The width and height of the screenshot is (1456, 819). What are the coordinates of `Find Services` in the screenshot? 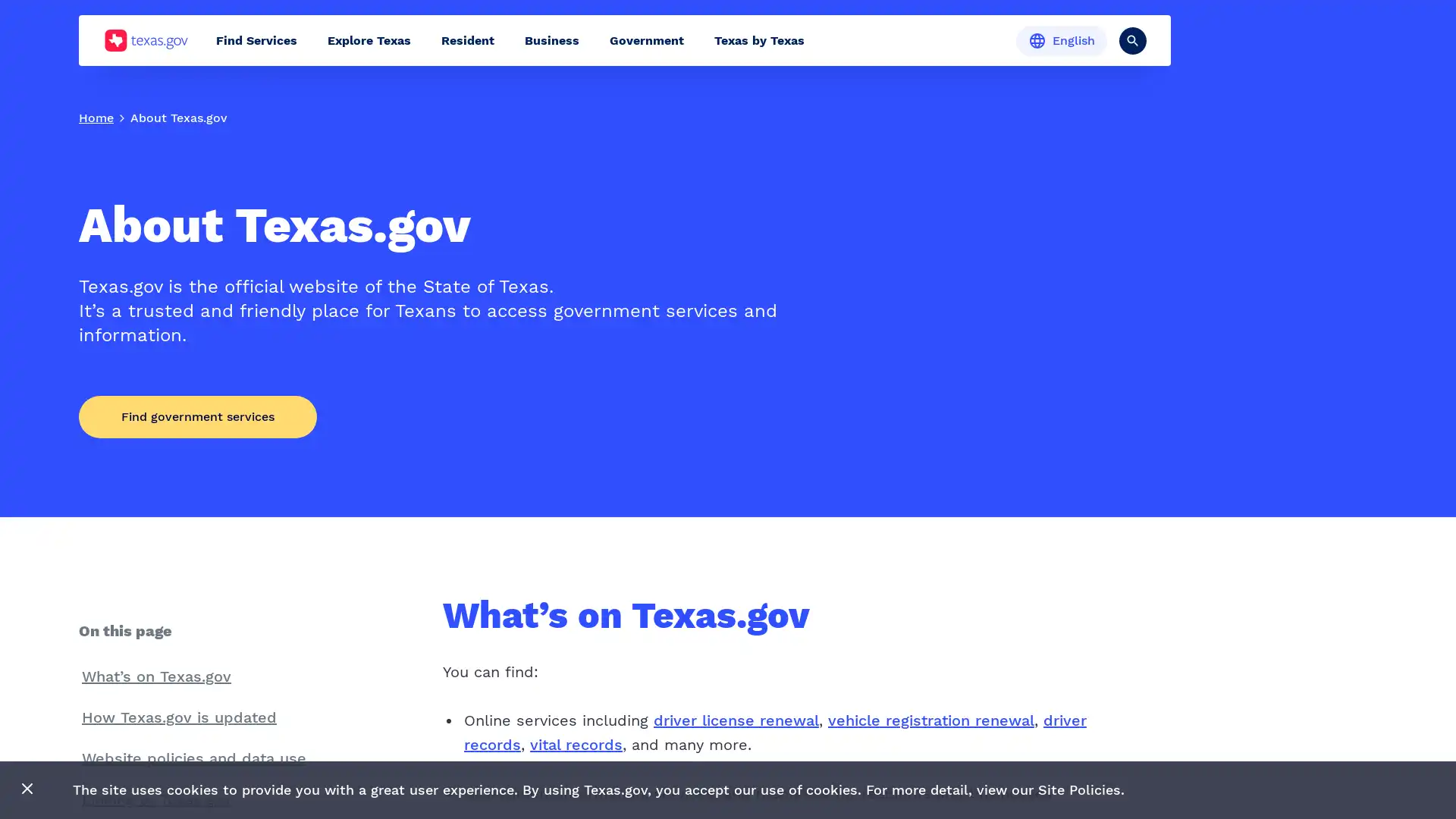 It's located at (256, 39).